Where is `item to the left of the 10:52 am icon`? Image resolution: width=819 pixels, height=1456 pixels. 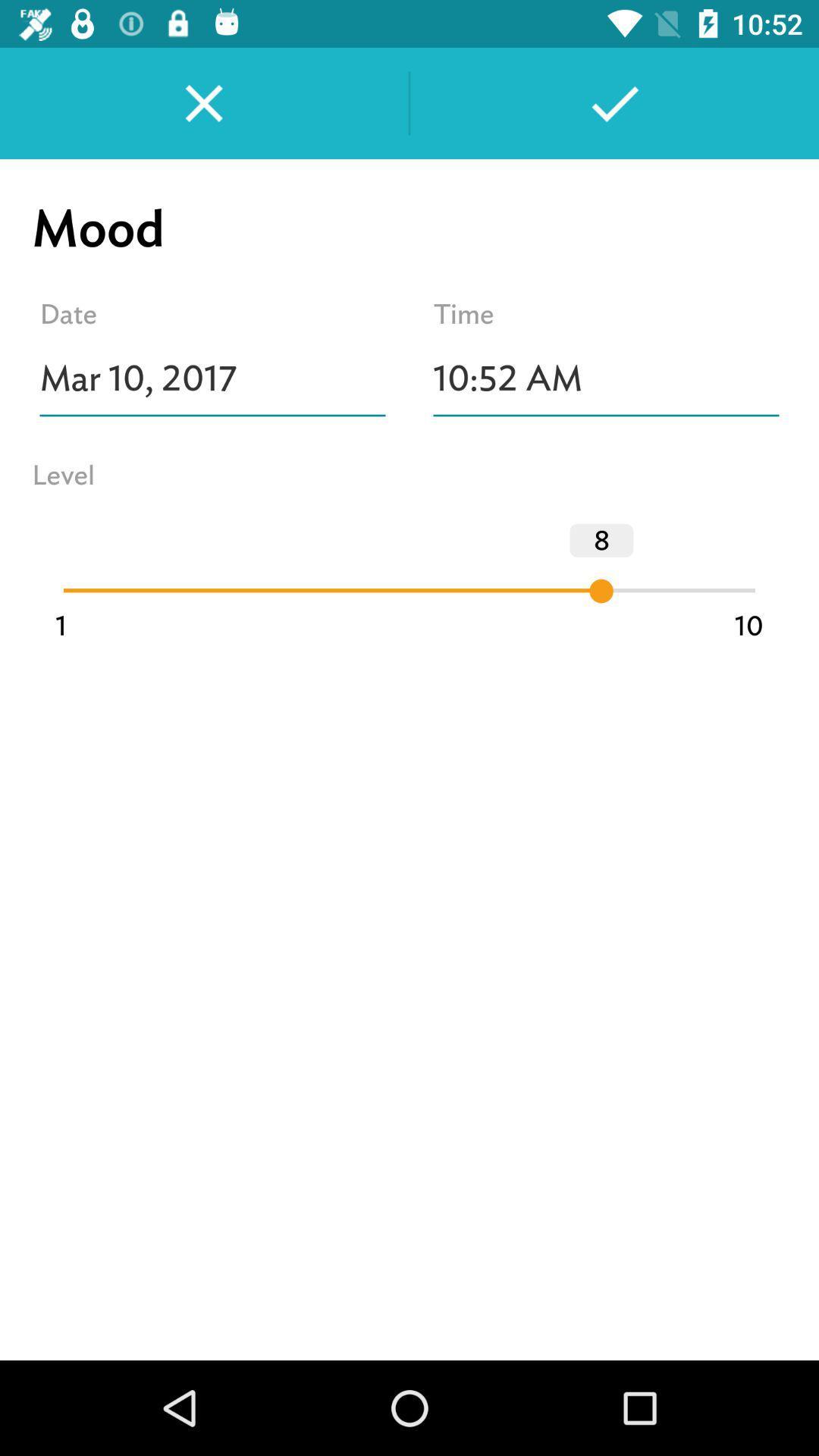 item to the left of the 10:52 am icon is located at coordinates (212, 378).